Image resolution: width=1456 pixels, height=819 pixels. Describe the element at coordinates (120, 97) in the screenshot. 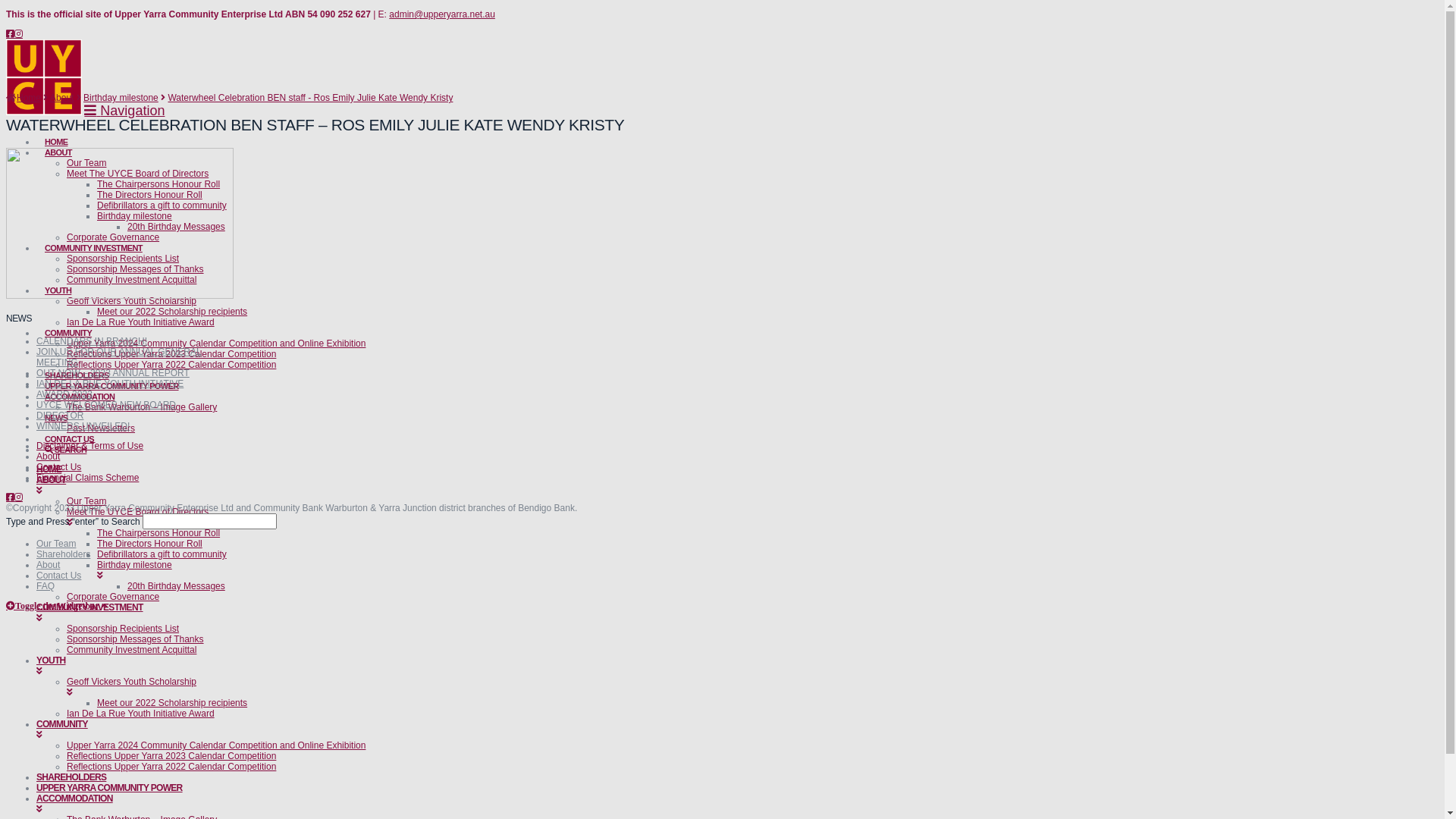

I see `'Birthday milestone'` at that location.